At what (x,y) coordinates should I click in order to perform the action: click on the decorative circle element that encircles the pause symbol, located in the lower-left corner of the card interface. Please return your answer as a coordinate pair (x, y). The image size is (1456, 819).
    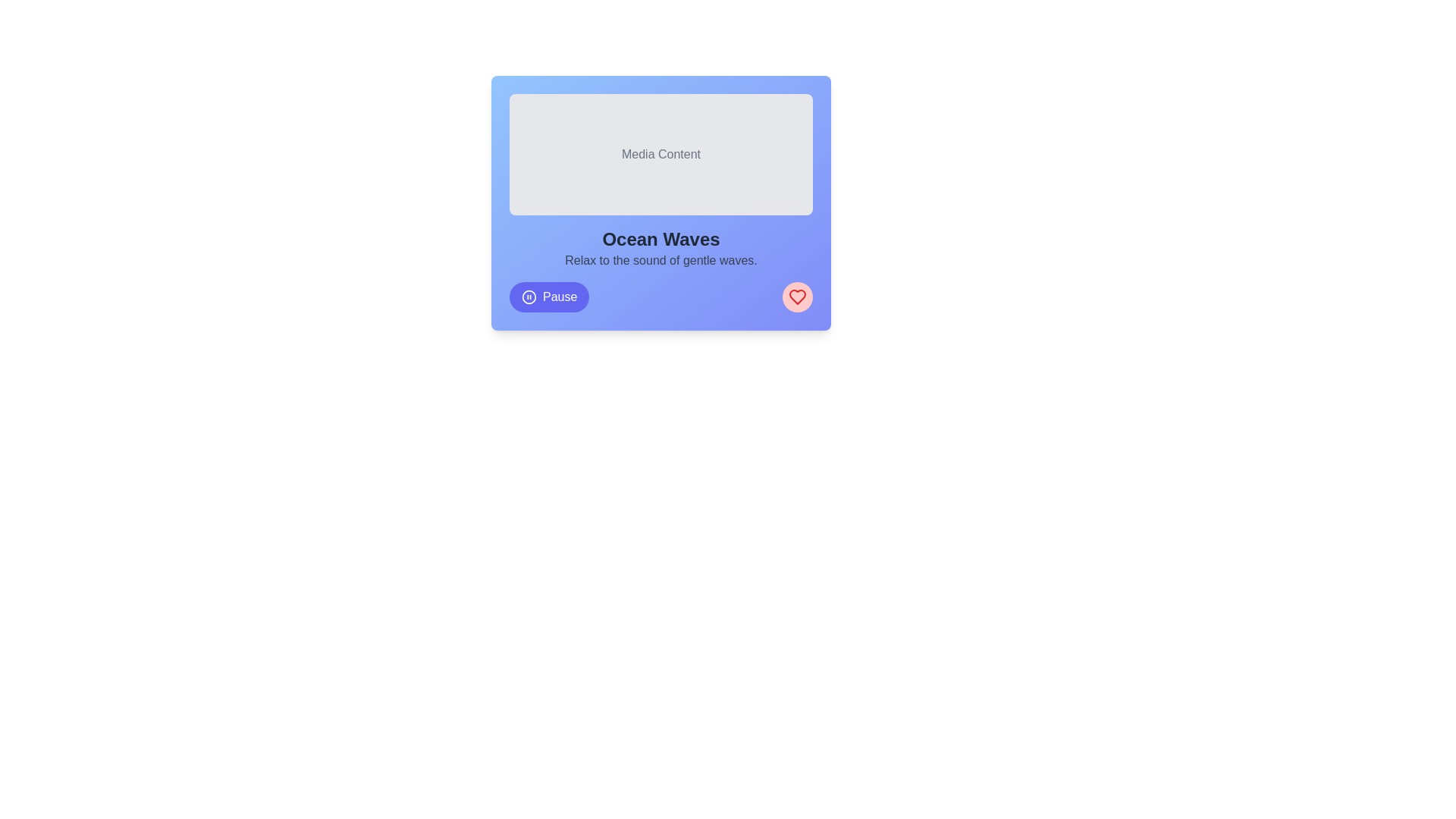
    Looking at the image, I should click on (529, 297).